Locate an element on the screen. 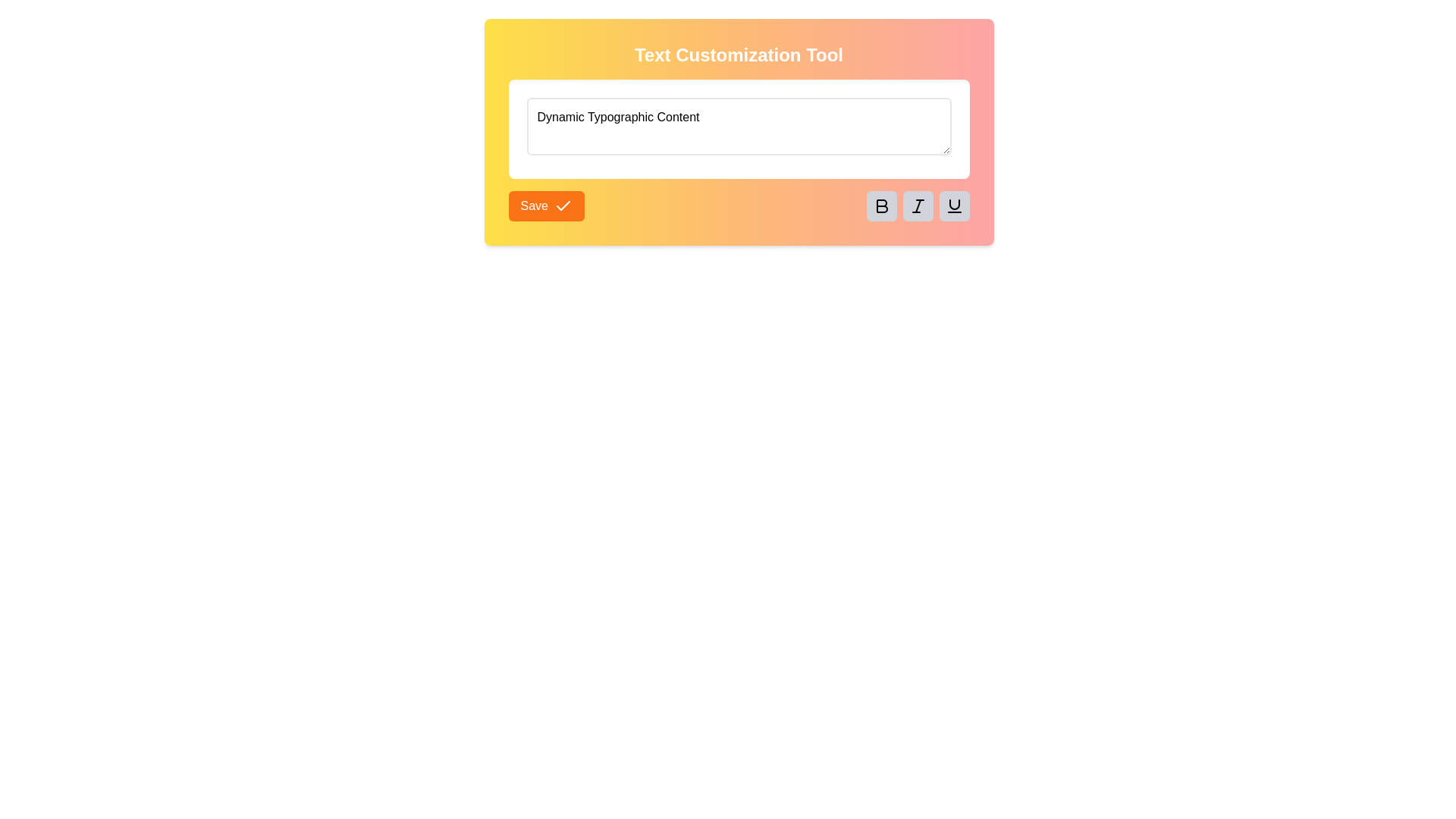 The image size is (1456, 819). the 'Save' button with a checkmark icon, which has an orange background and white text is located at coordinates (546, 206).